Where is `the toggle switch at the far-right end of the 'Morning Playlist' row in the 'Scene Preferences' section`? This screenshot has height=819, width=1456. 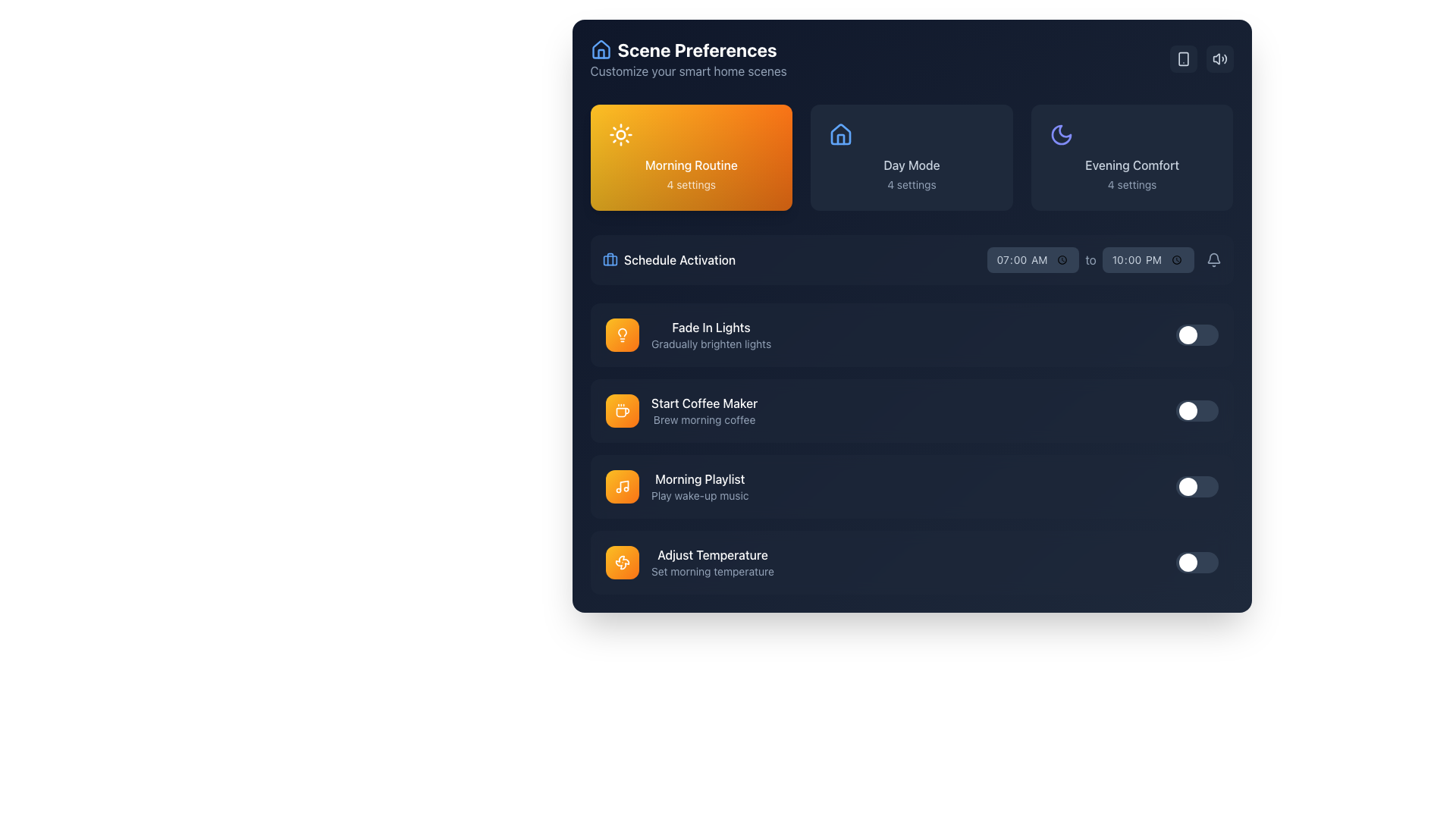
the toggle switch at the far-right end of the 'Morning Playlist' row in the 'Scene Preferences' section is located at coordinates (1196, 486).